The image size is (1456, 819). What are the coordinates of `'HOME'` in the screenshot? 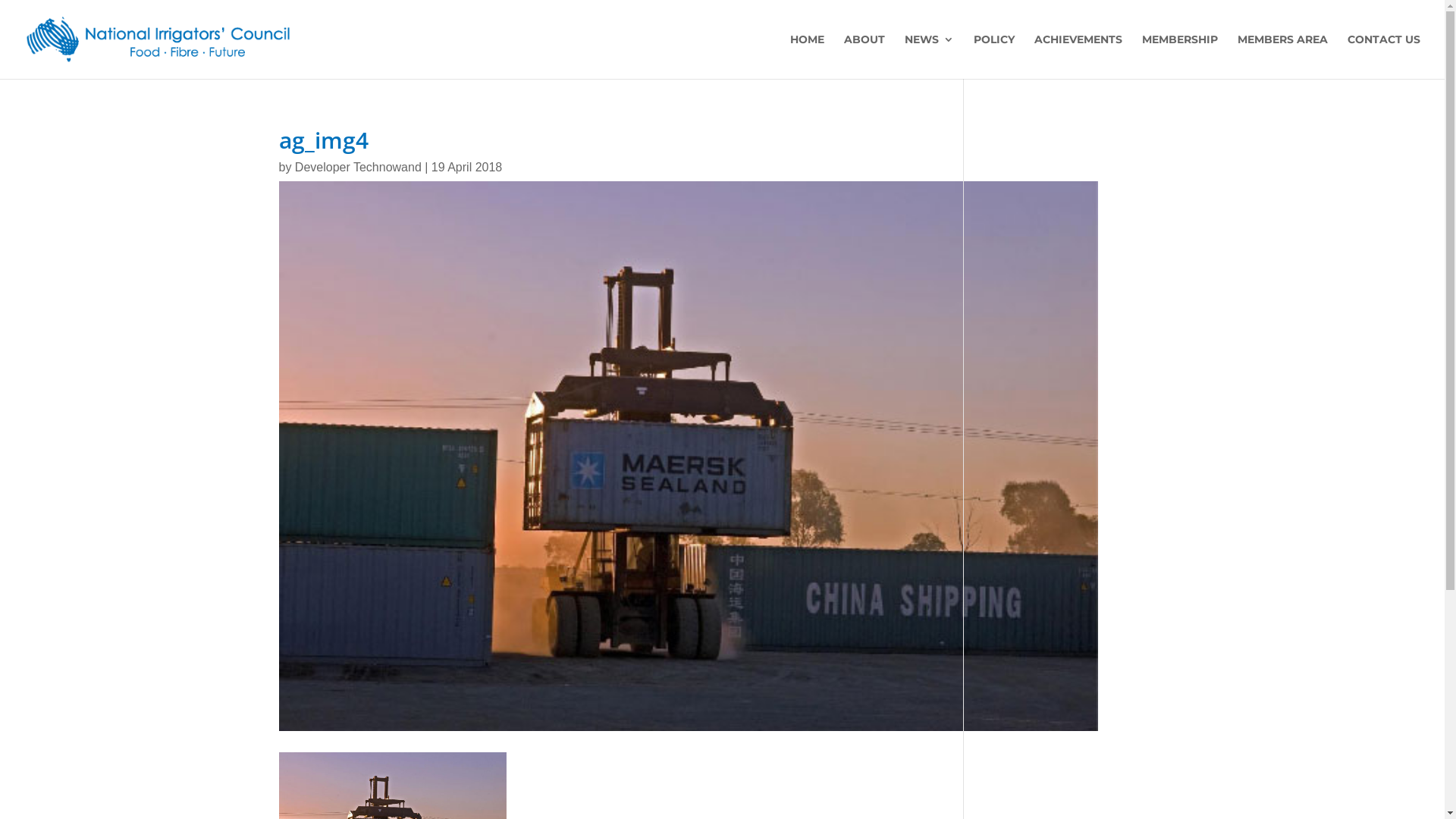 It's located at (789, 55).